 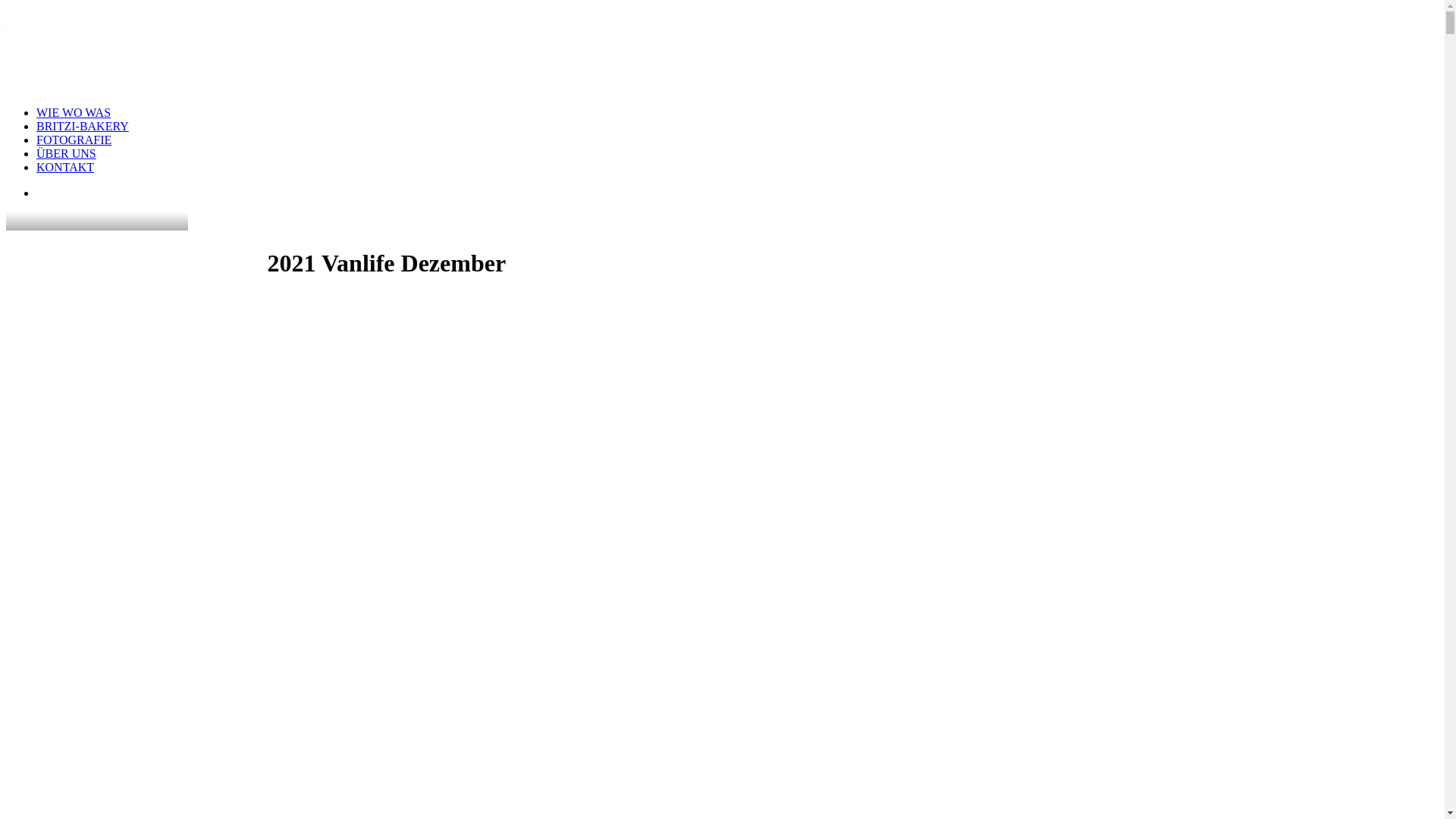 What do you see at coordinates (73, 140) in the screenshot?
I see `'FOTOGRAFIE'` at bounding box center [73, 140].